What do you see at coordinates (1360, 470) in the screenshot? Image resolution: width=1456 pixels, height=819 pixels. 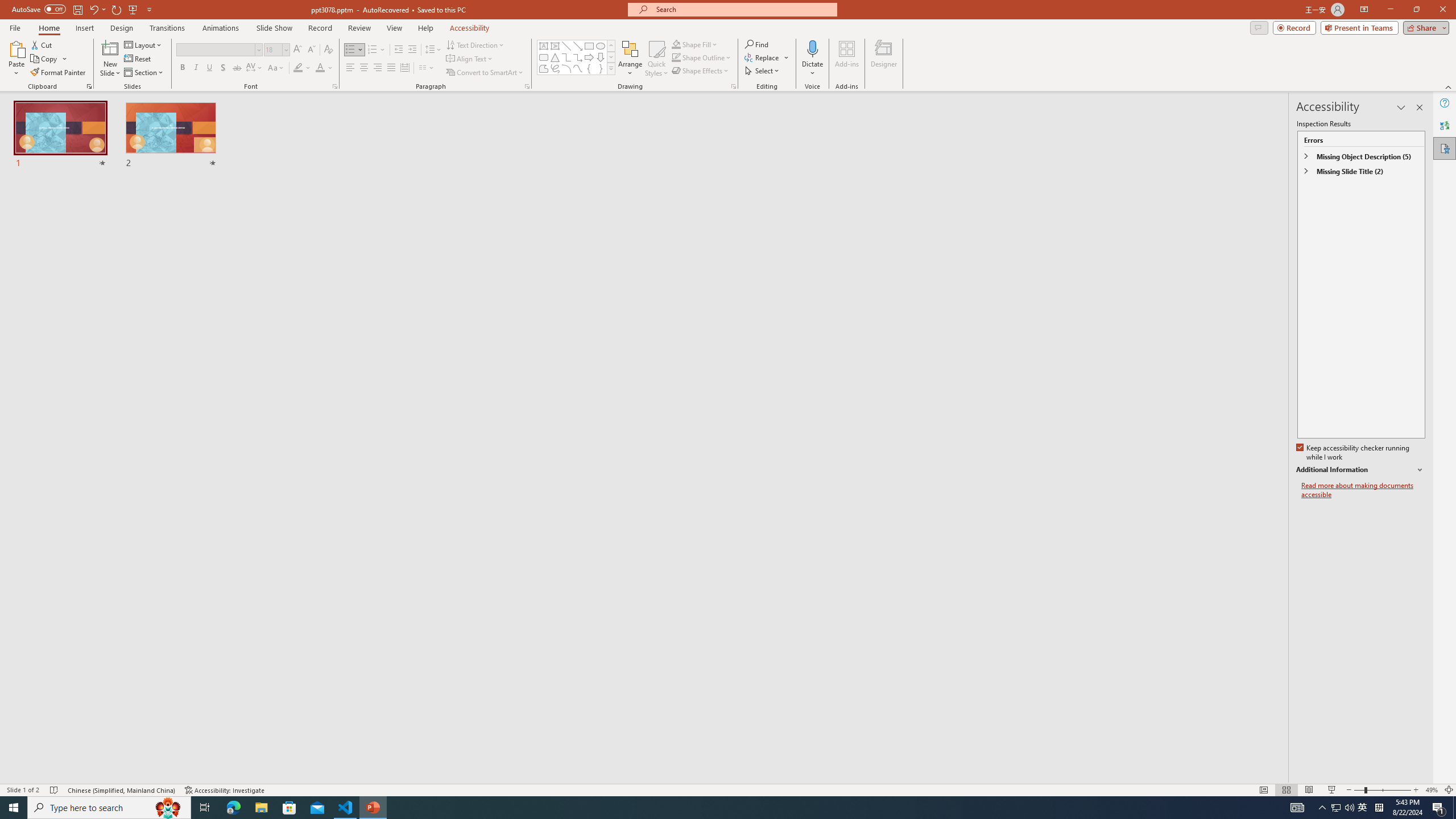 I see `'Additional Information'` at bounding box center [1360, 470].